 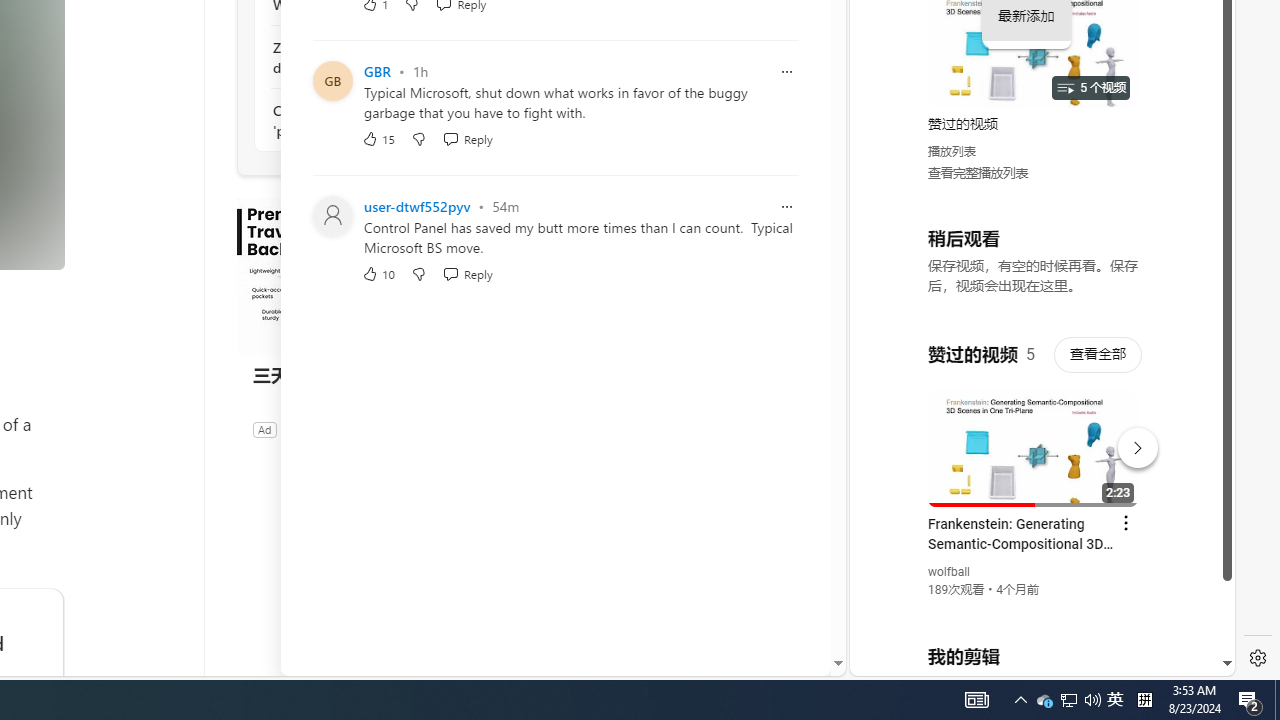 What do you see at coordinates (948, 572) in the screenshot?
I see `'wolfball'` at bounding box center [948, 572].